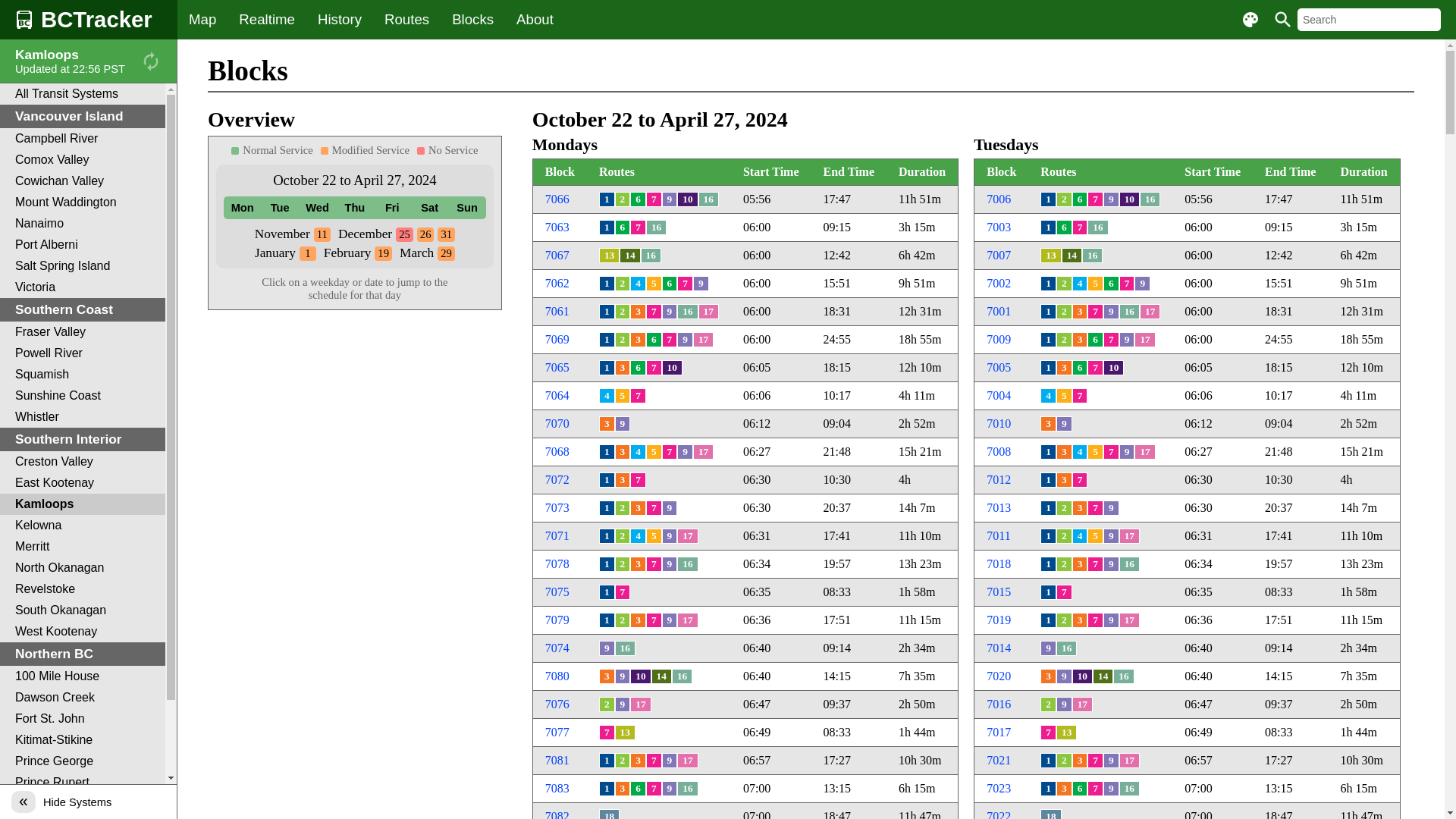 The height and width of the screenshot is (819, 1456). Describe the element at coordinates (82, 675) in the screenshot. I see `'100 Mile House'` at that location.